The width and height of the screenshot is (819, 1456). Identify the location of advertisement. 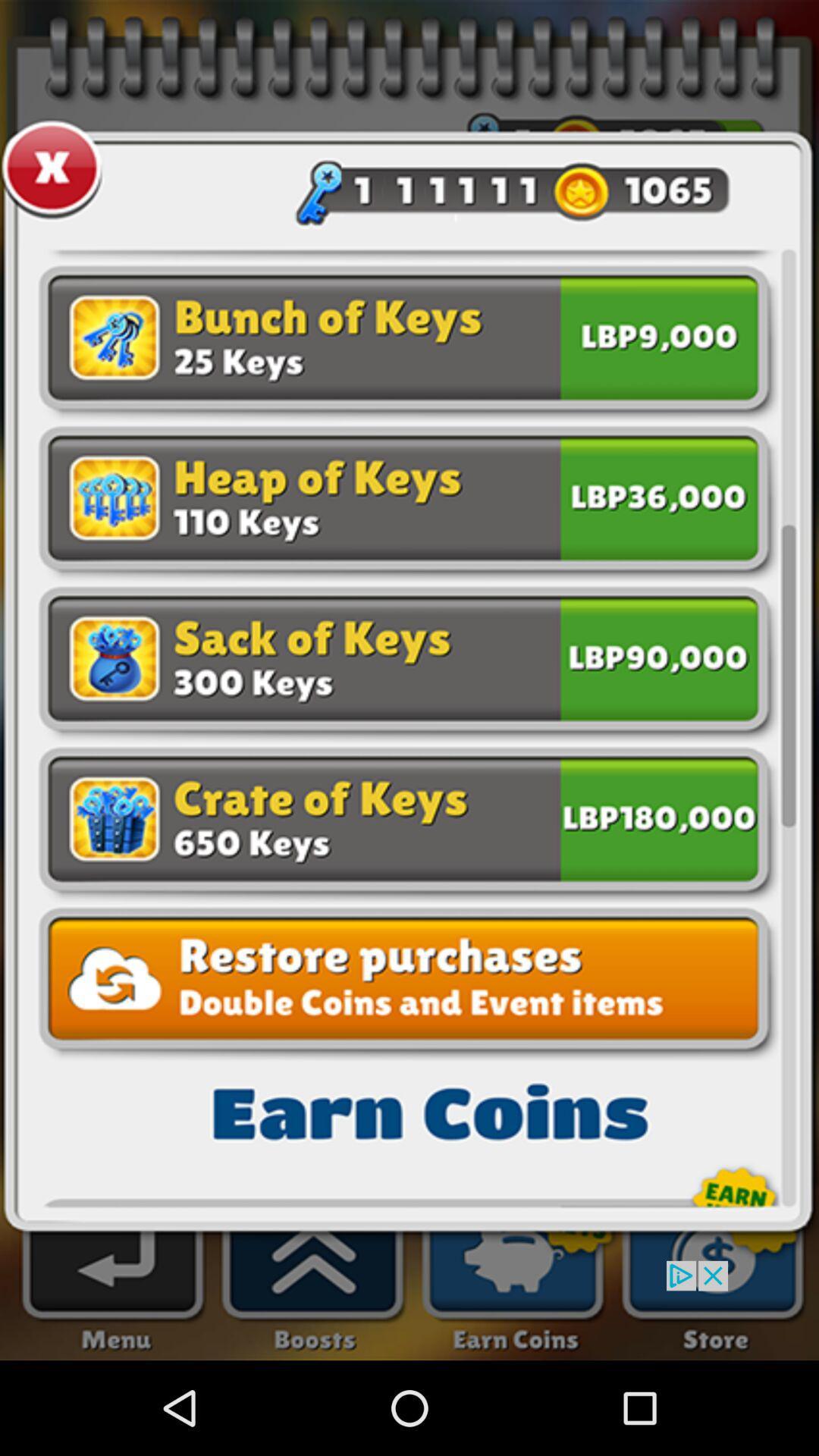
(409, 1310).